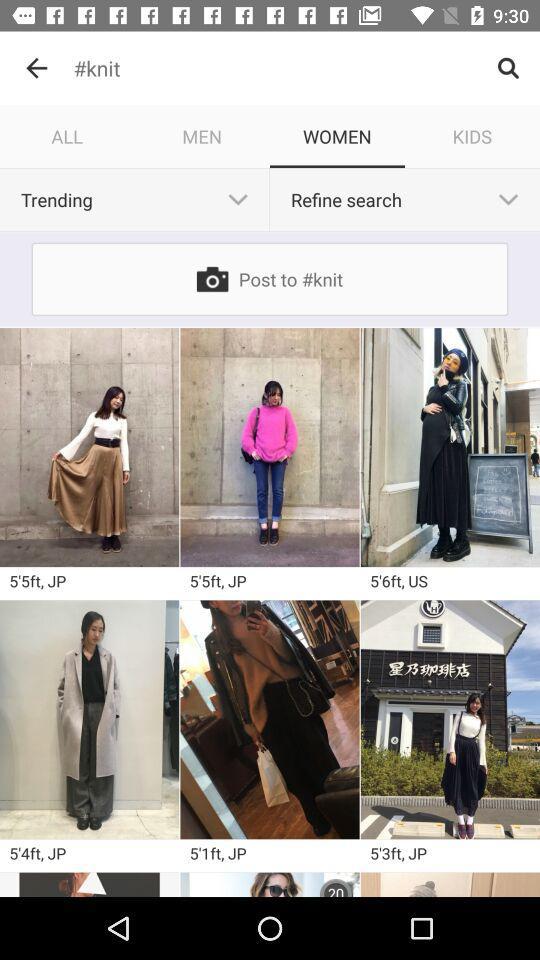 This screenshot has height=960, width=540. What do you see at coordinates (270, 719) in the screenshot?
I see `share the article` at bounding box center [270, 719].